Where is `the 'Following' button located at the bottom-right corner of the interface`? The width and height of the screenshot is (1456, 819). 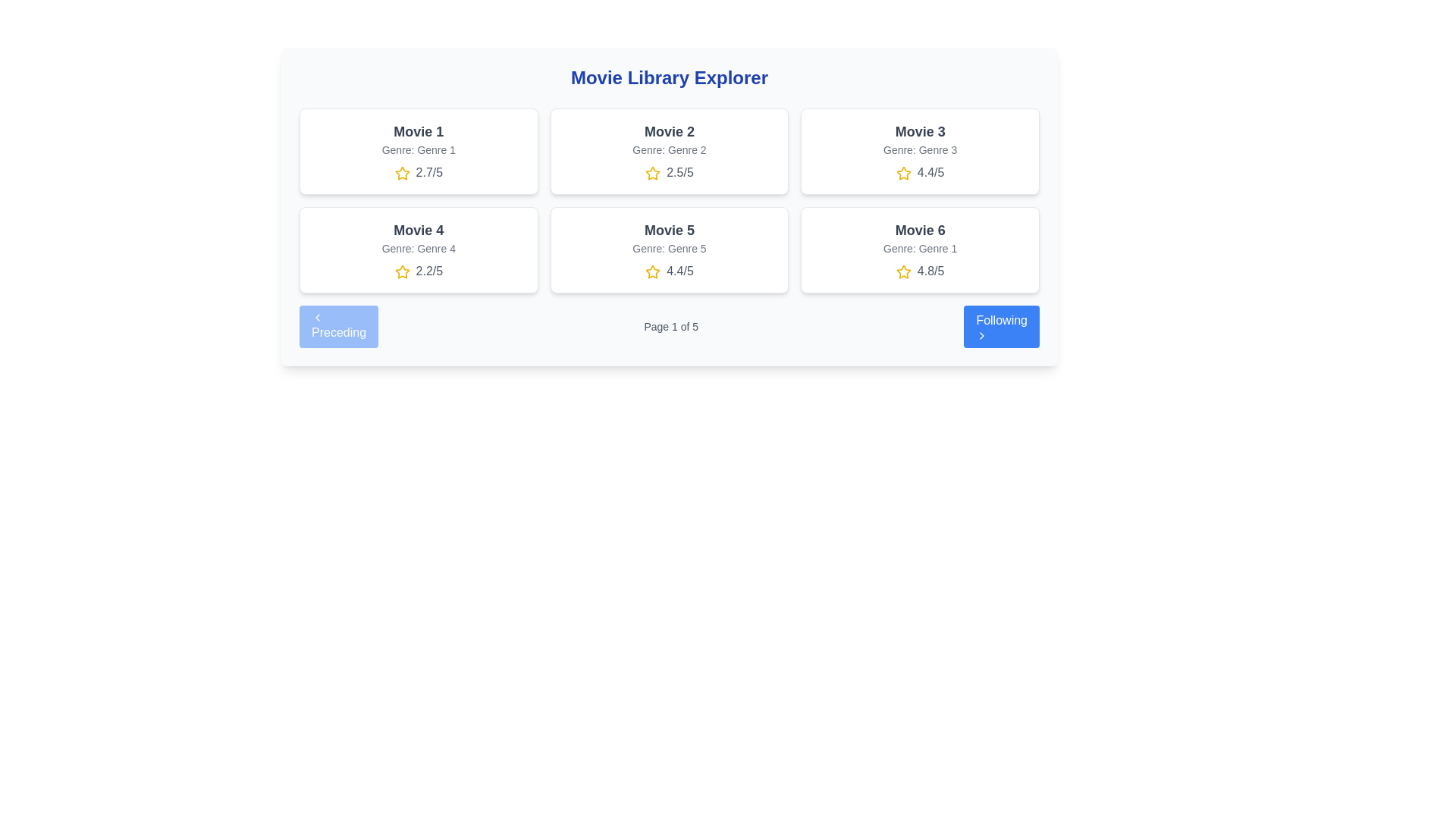
the 'Following' button located at the bottom-right corner of the interface is located at coordinates (1002, 326).